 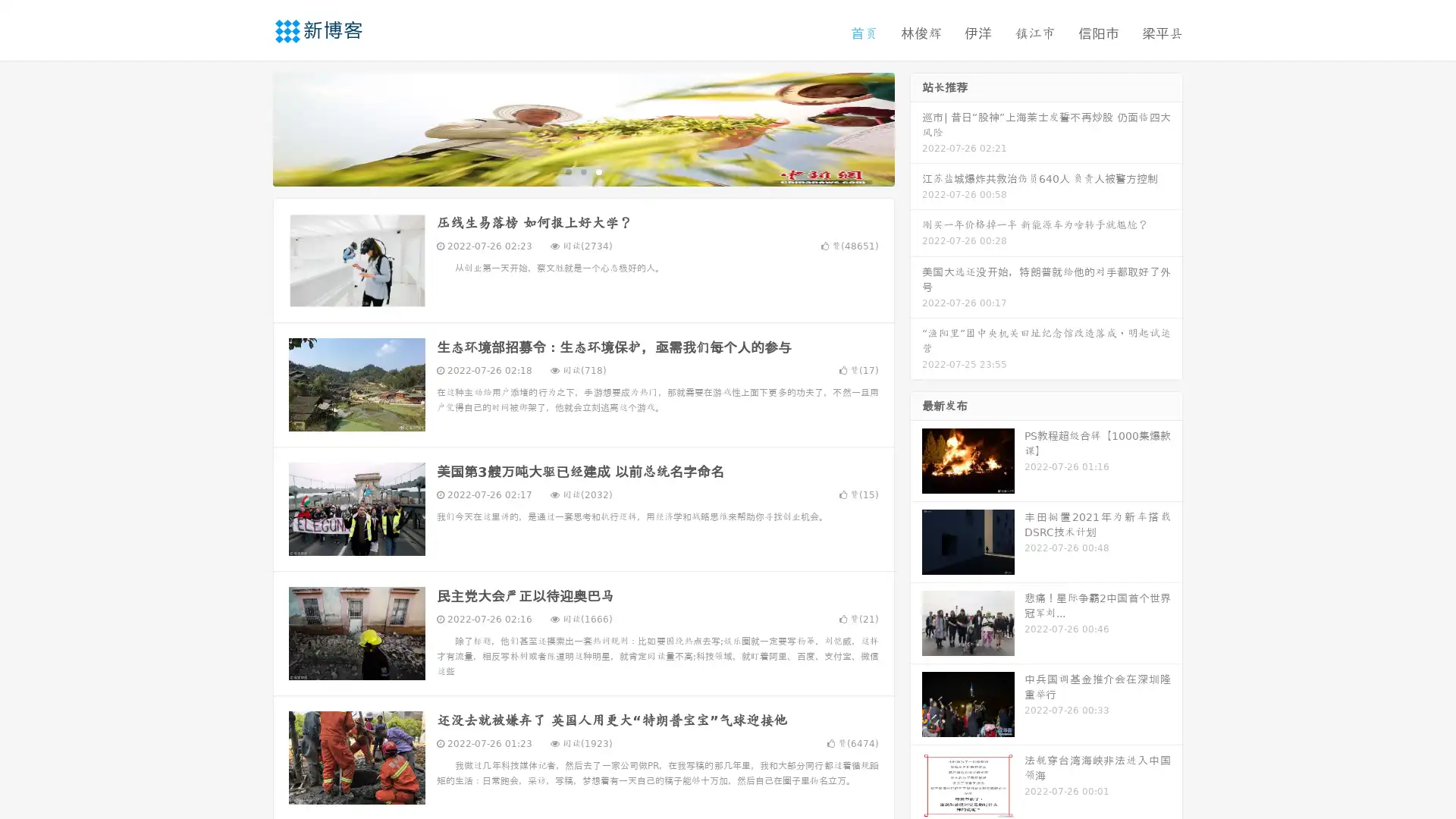 I want to click on Next slide, so click(x=916, y=127).